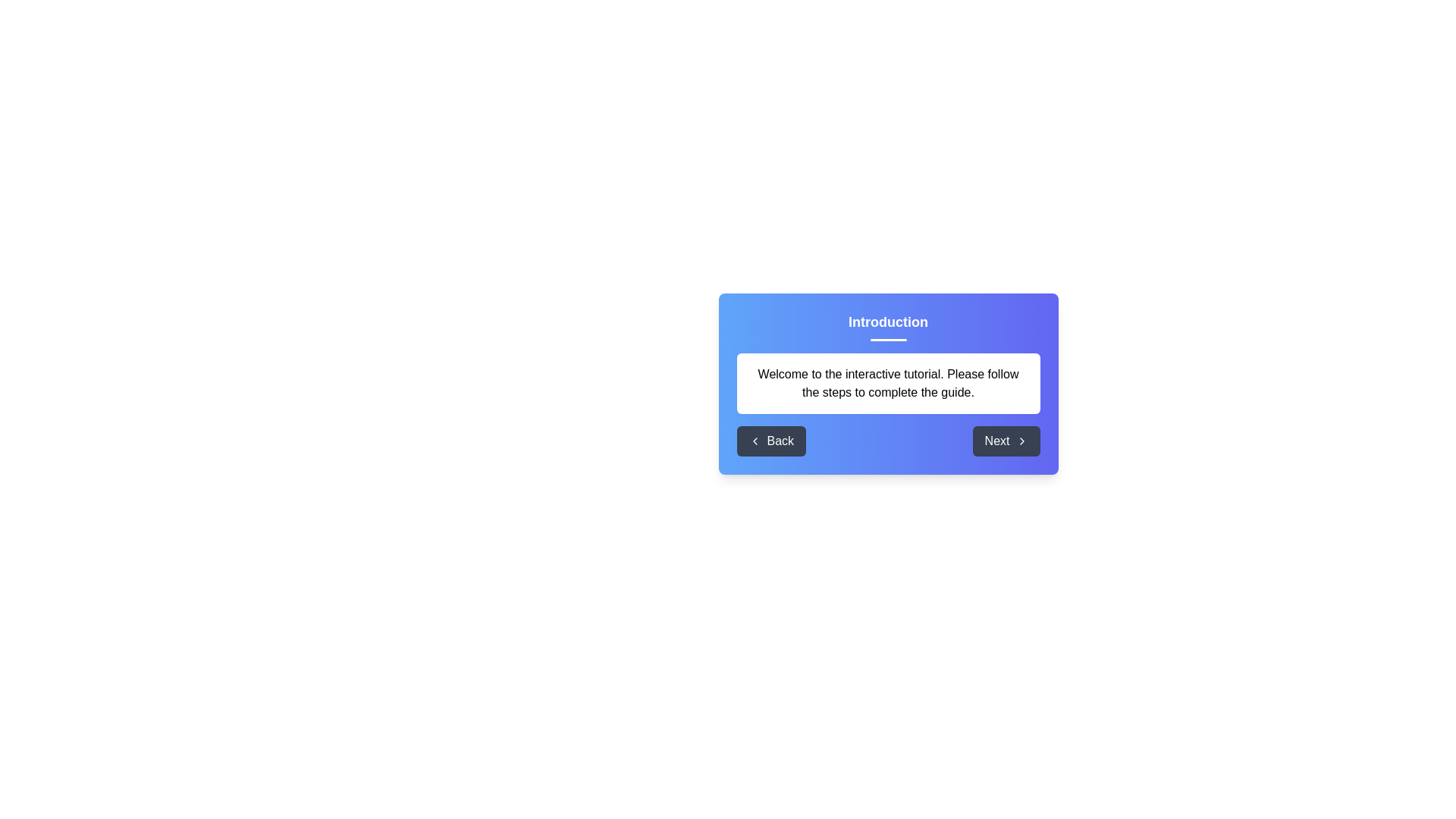  Describe the element at coordinates (888, 339) in the screenshot. I see `the Decorative Line located beneath the 'Introduction' heading text, which is horizontally centered within the dialog box` at that location.